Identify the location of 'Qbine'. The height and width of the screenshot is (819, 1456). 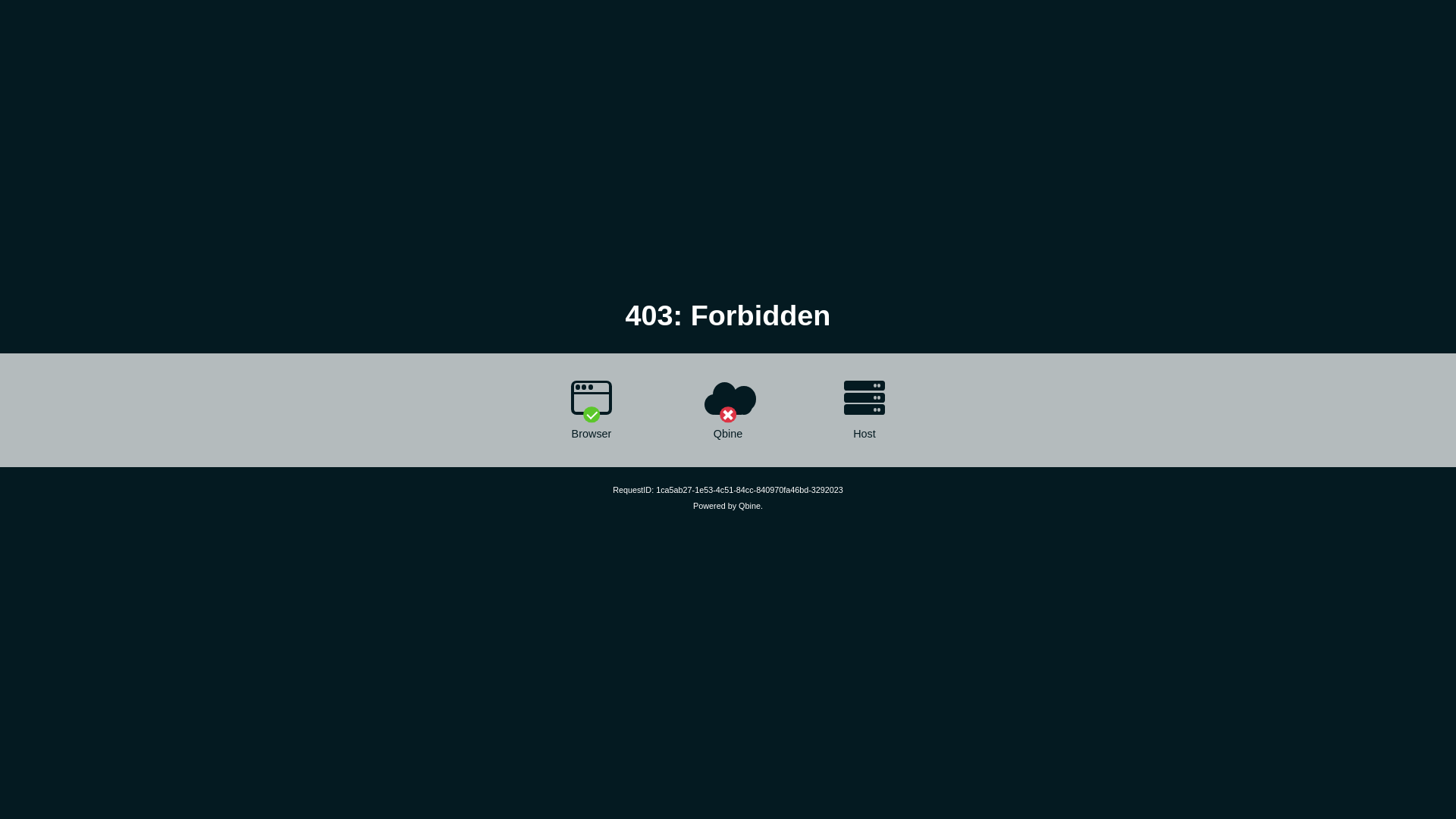
(749, 506).